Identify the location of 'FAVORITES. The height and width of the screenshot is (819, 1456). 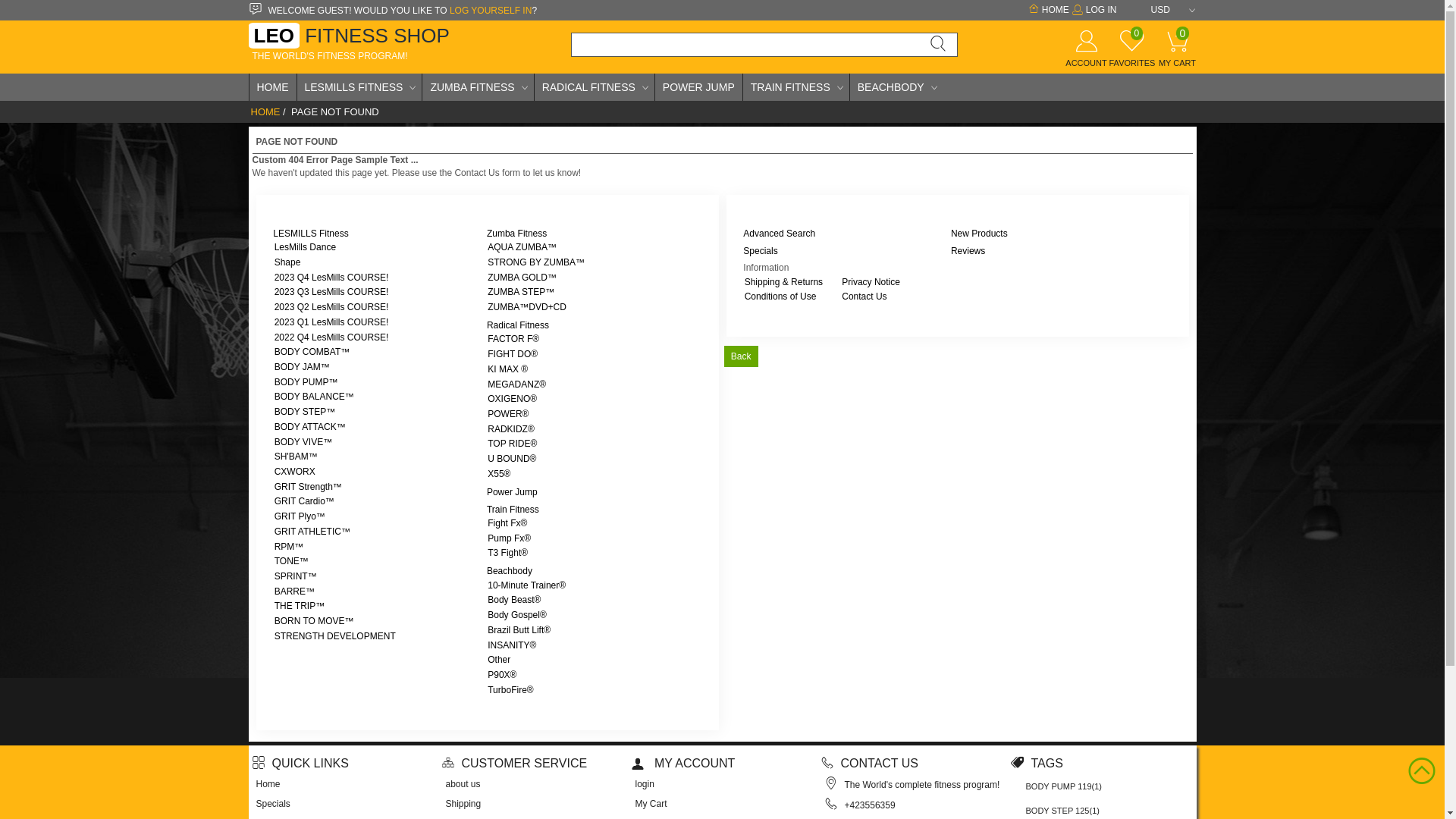
(1131, 54).